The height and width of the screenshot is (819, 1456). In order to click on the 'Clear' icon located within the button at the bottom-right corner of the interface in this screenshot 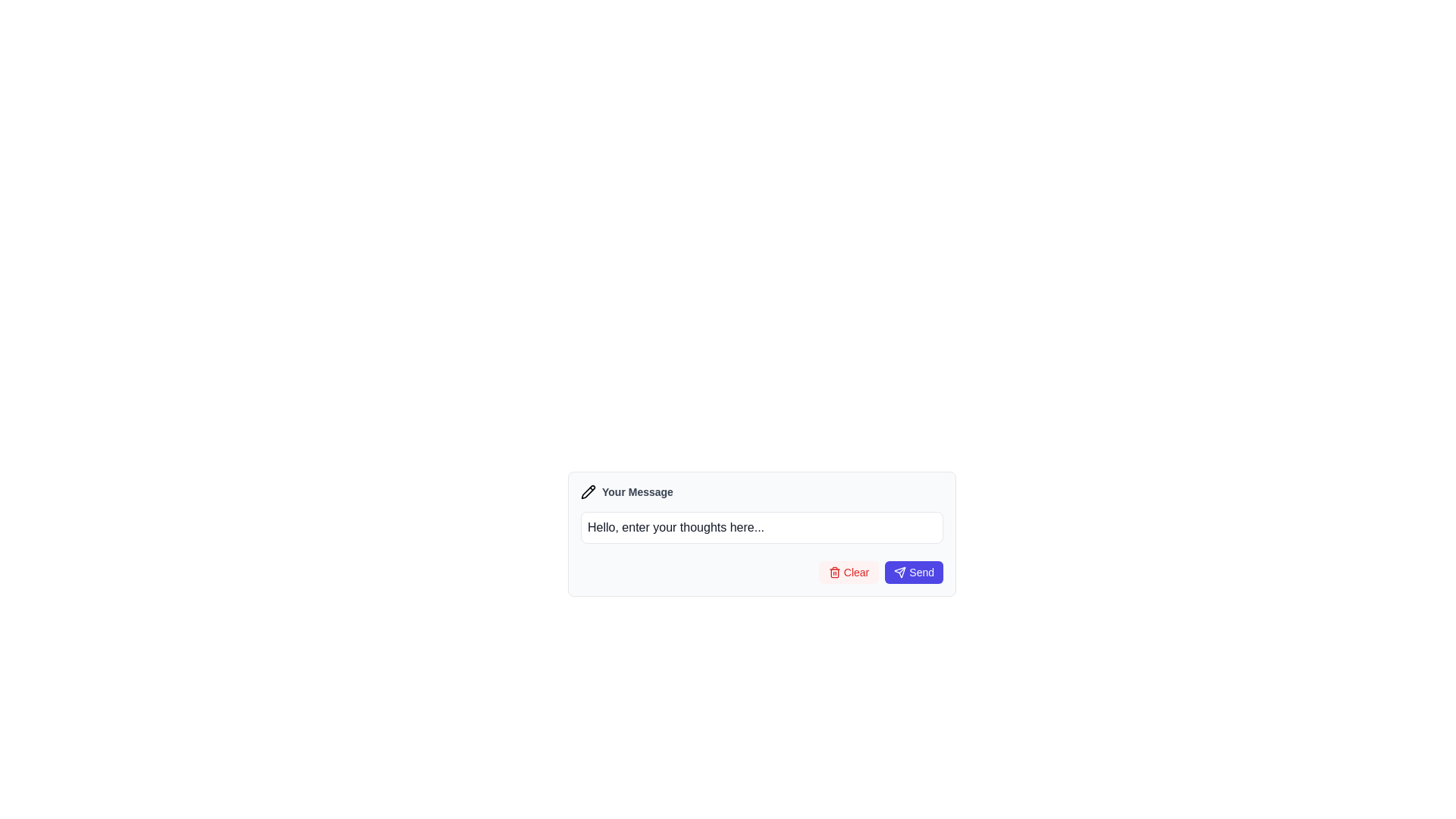, I will do `click(833, 573)`.